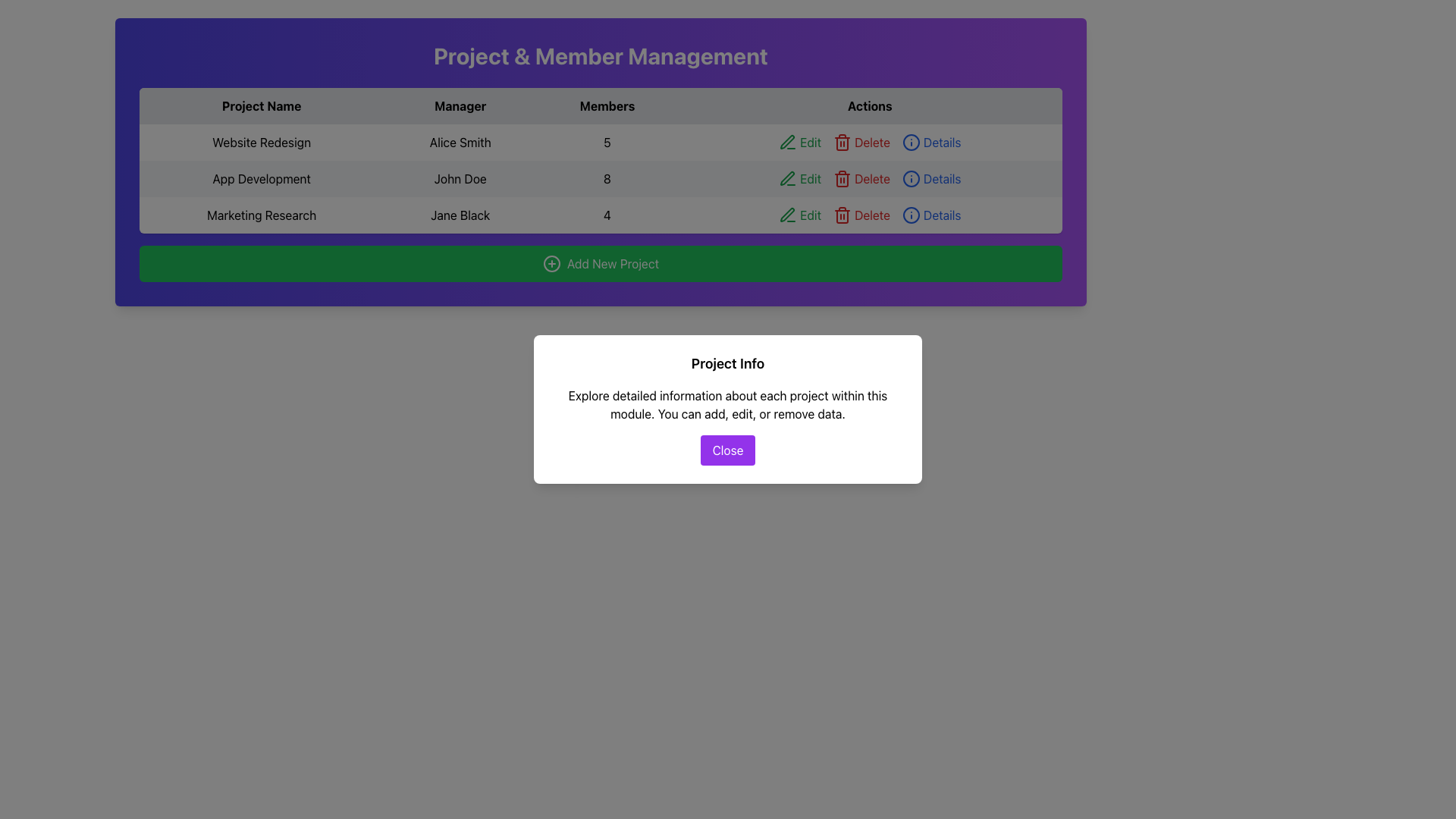 This screenshot has height=819, width=1456. I want to click on the Text header at the top center of the modal dialog box that provides an overview of the content, so click(728, 363).